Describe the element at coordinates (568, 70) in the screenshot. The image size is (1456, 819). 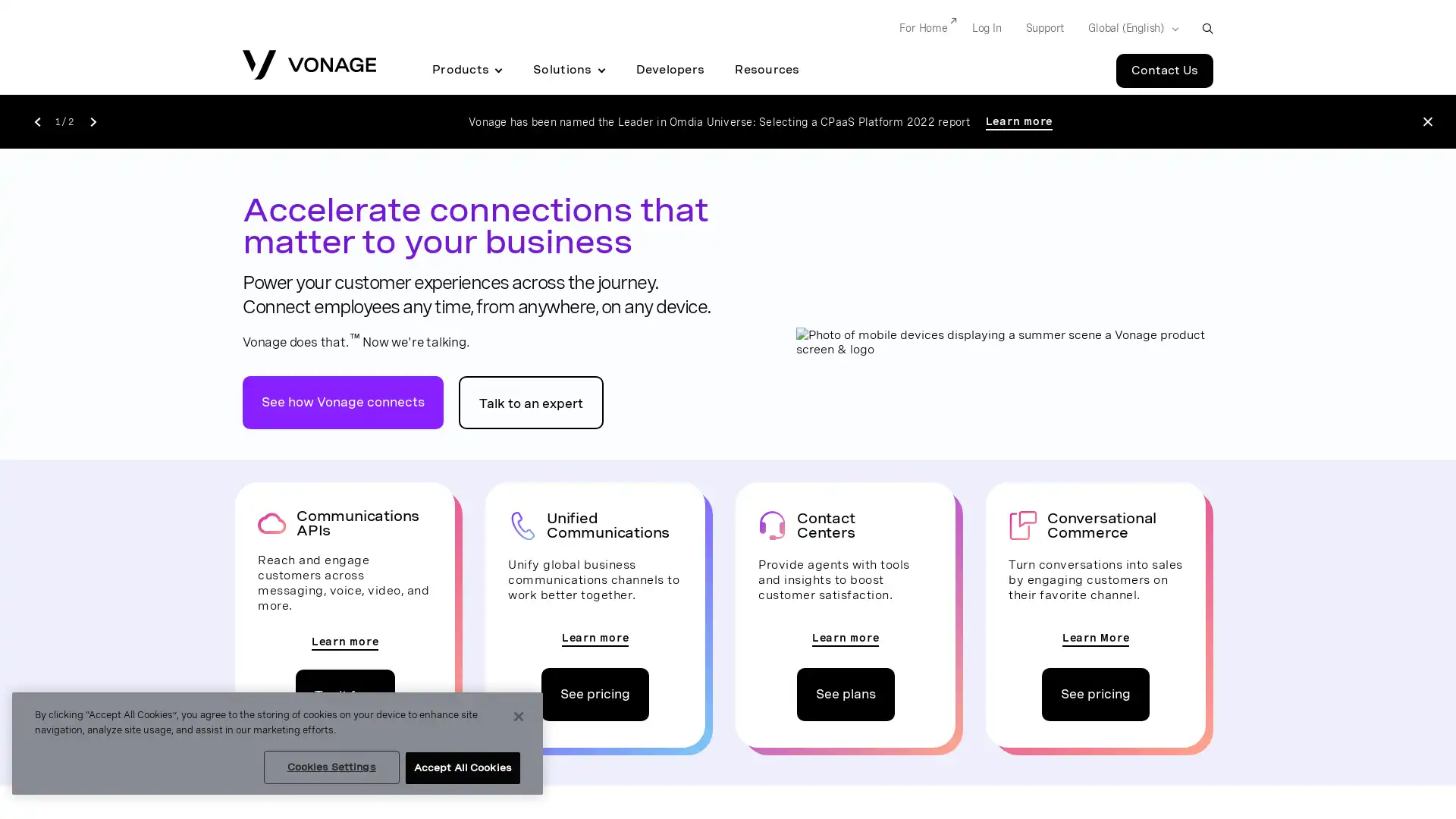
I see `Solutions` at that location.